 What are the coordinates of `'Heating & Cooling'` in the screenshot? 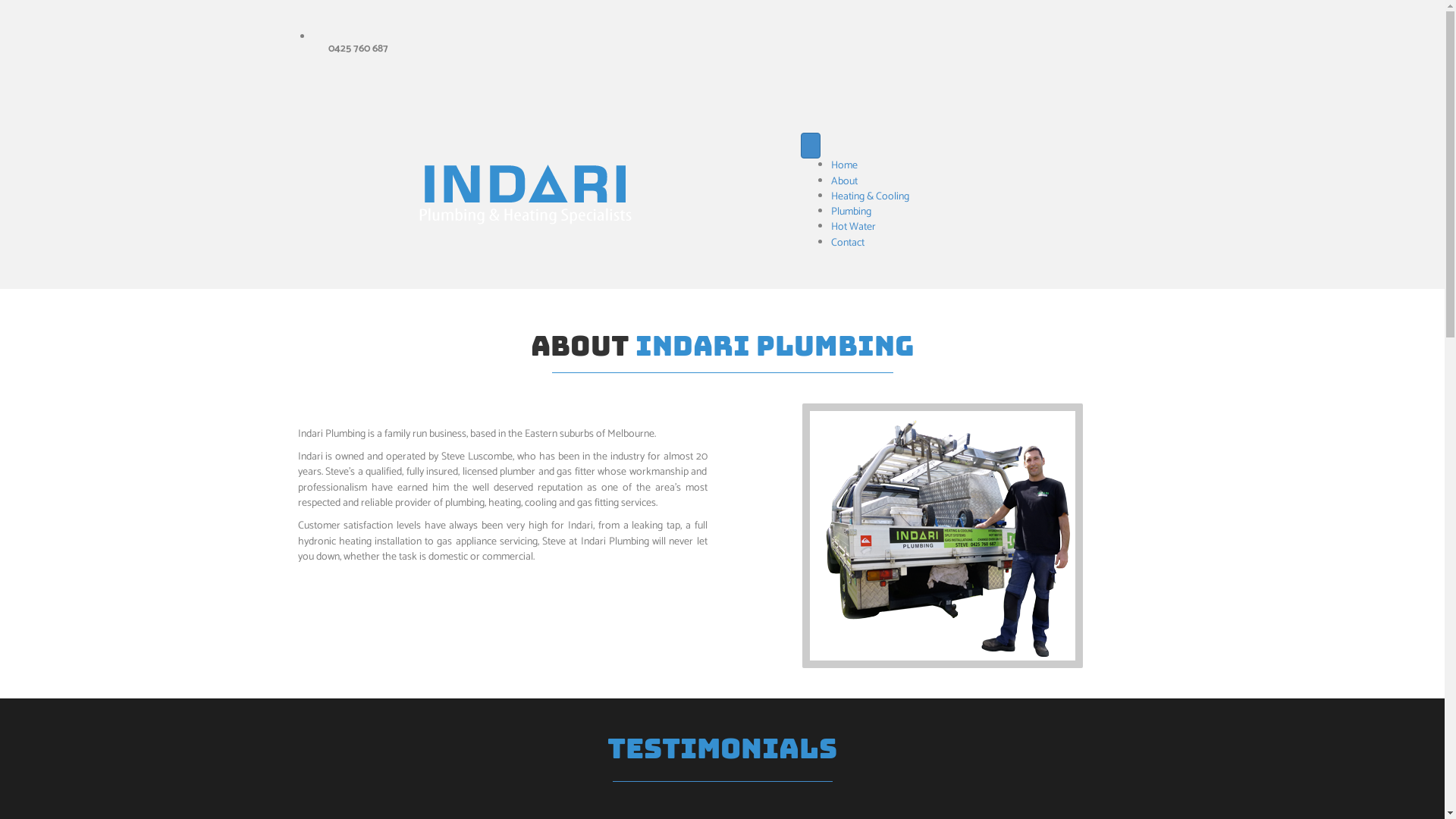 It's located at (830, 196).